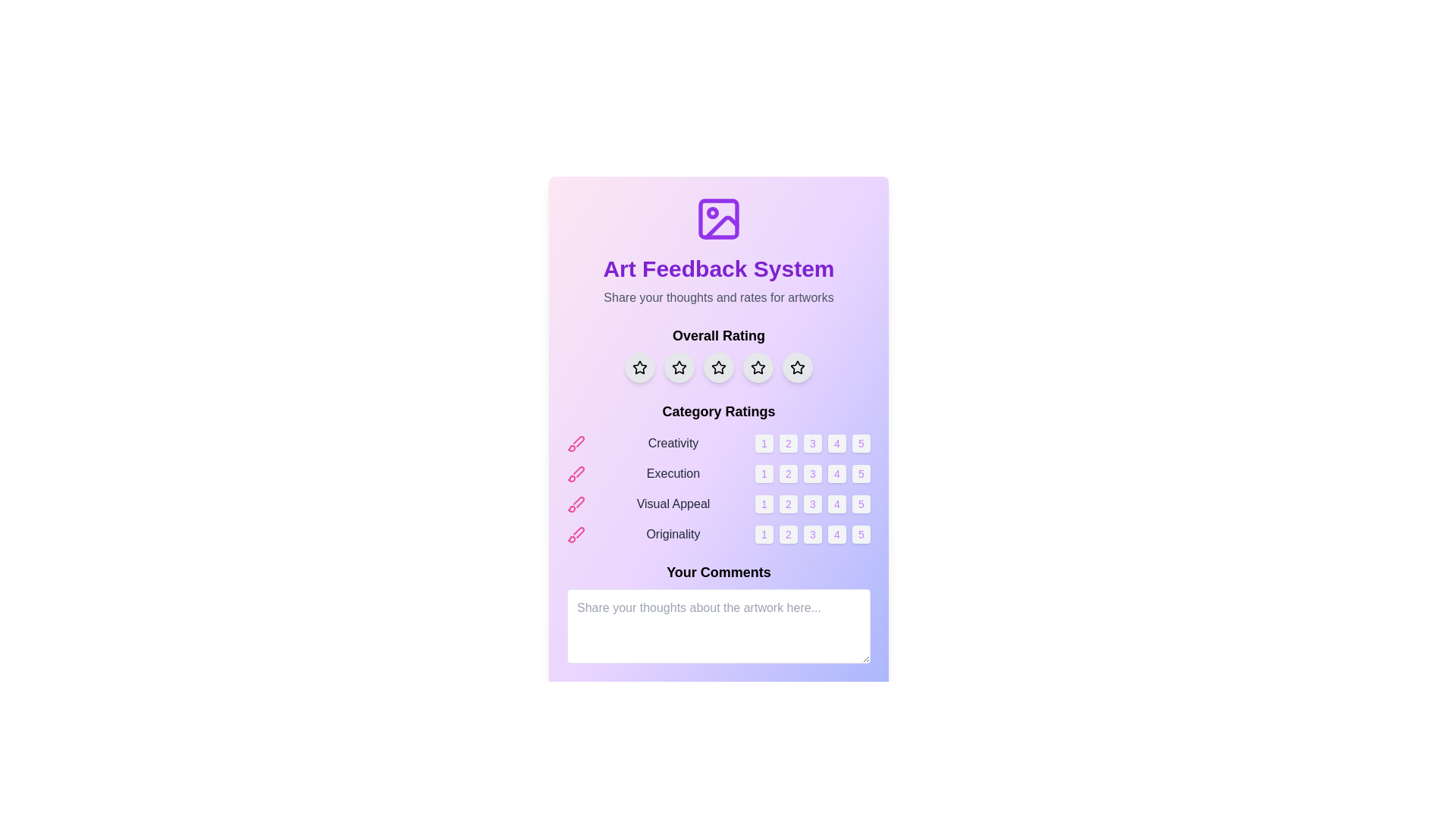 The width and height of the screenshot is (1456, 819). What do you see at coordinates (575, 534) in the screenshot?
I see `the fourth brush icon in the 'Category Ratings' section, located to the left of the 'Originality' label` at bounding box center [575, 534].